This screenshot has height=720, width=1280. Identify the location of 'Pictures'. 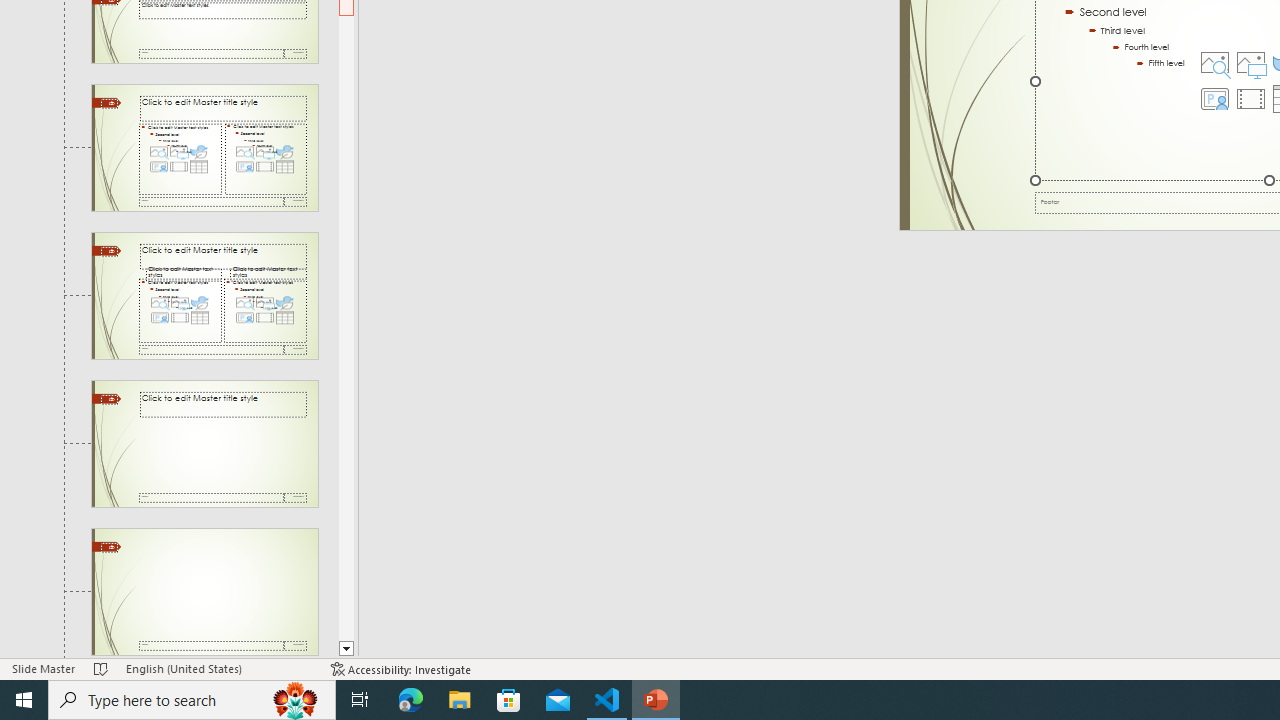
(1250, 61).